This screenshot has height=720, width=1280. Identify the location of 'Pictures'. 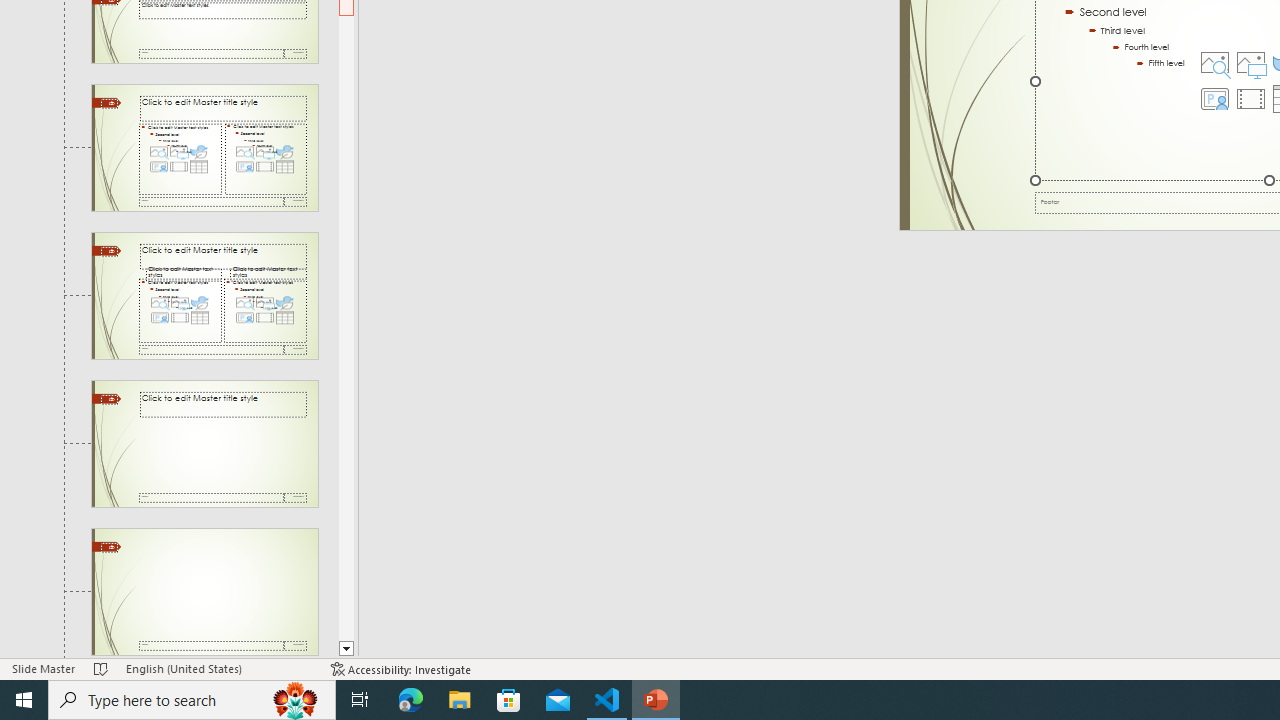
(1250, 61).